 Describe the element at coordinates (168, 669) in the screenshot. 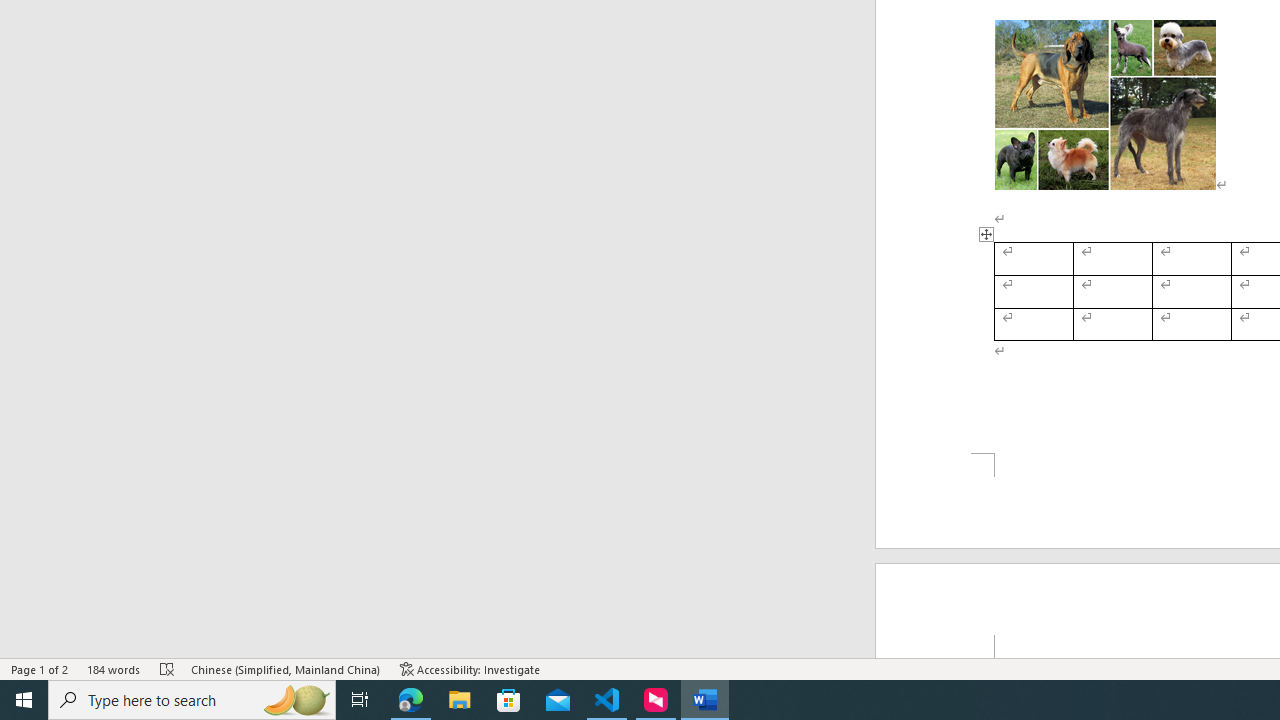

I see `'Spelling and Grammar Check Errors'` at that location.